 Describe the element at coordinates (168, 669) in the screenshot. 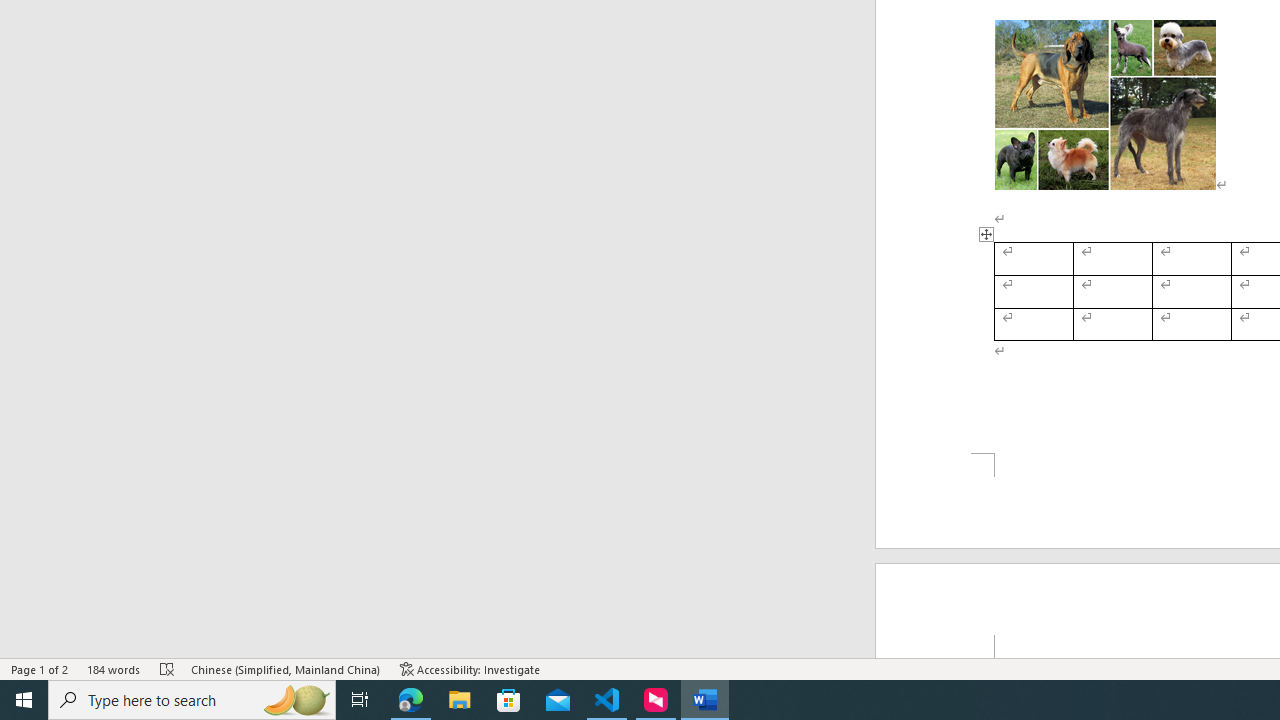

I see `'Spelling and Grammar Check Errors'` at that location.